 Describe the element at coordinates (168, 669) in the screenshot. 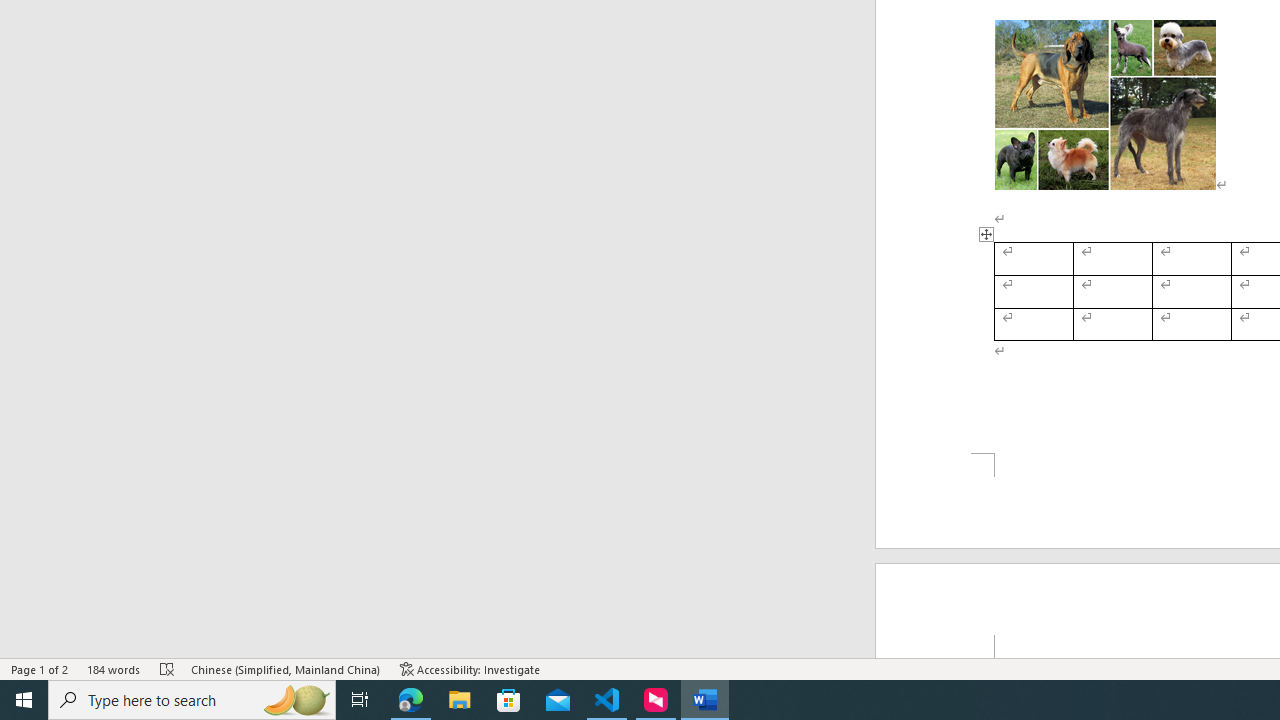

I see `'Spelling and Grammar Check Errors'` at that location.